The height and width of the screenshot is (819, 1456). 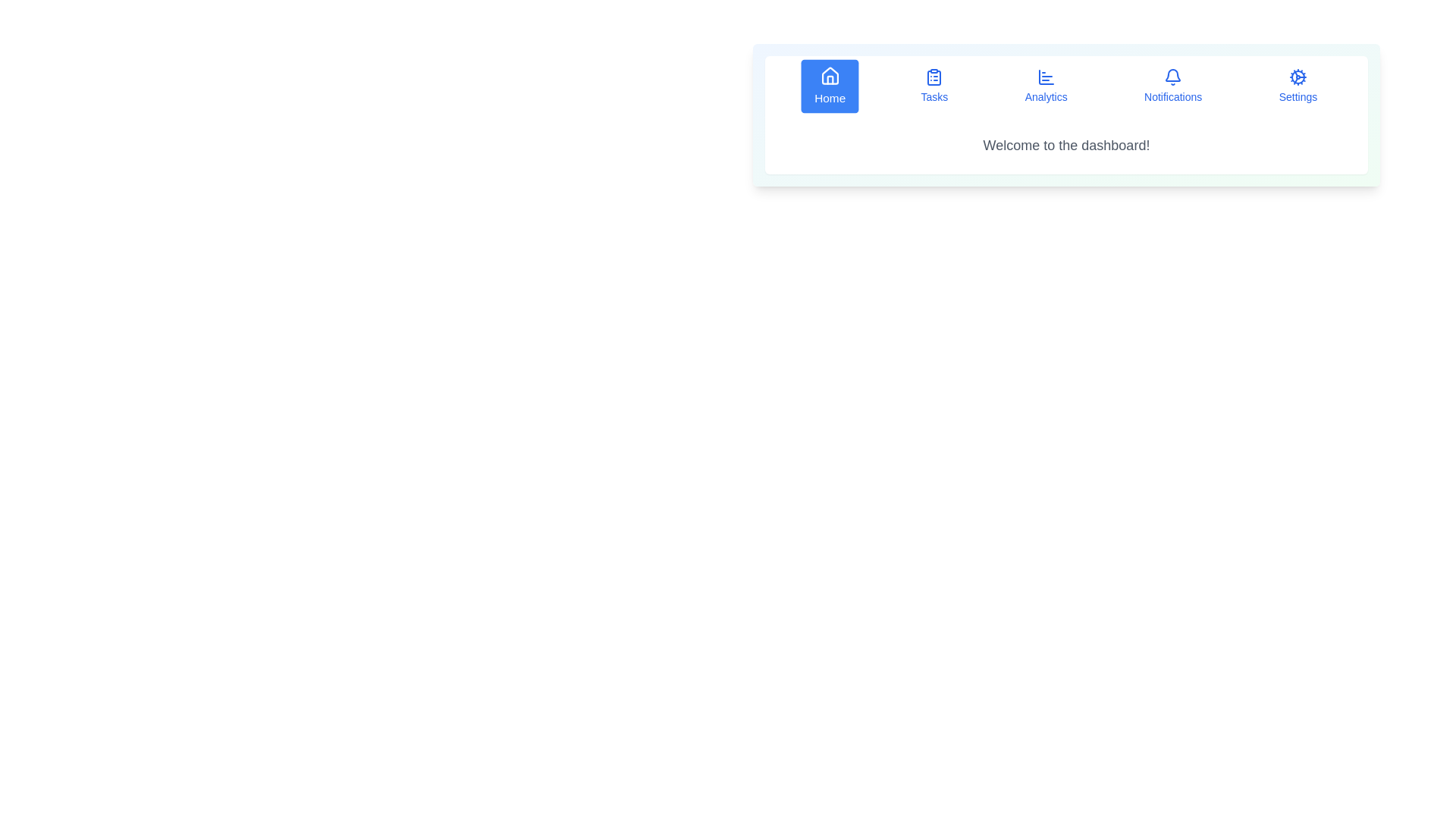 I want to click on the Home button, so click(x=829, y=86).